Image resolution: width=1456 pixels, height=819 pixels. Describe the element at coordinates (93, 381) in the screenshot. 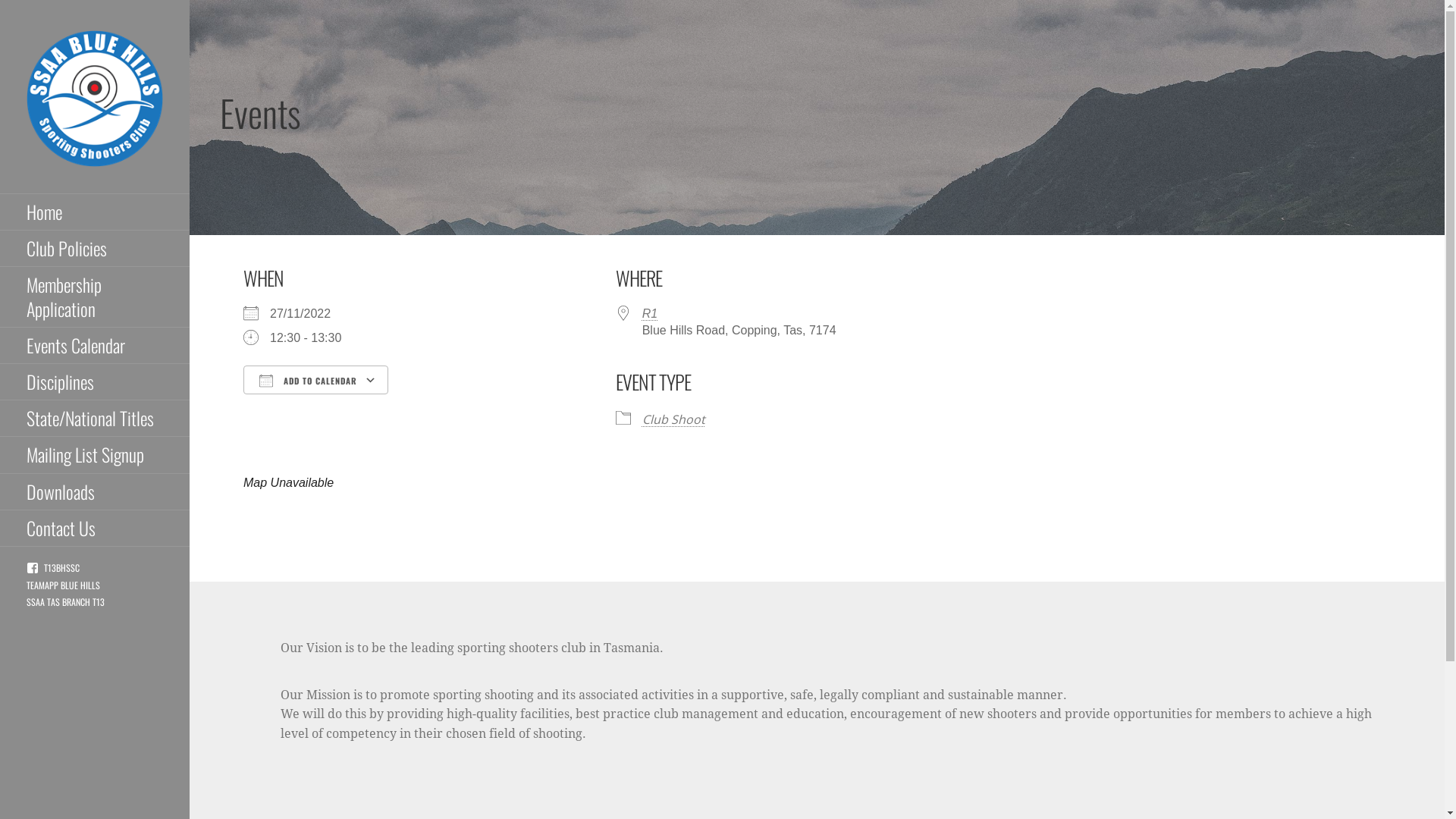

I see `'Disciplines'` at that location.